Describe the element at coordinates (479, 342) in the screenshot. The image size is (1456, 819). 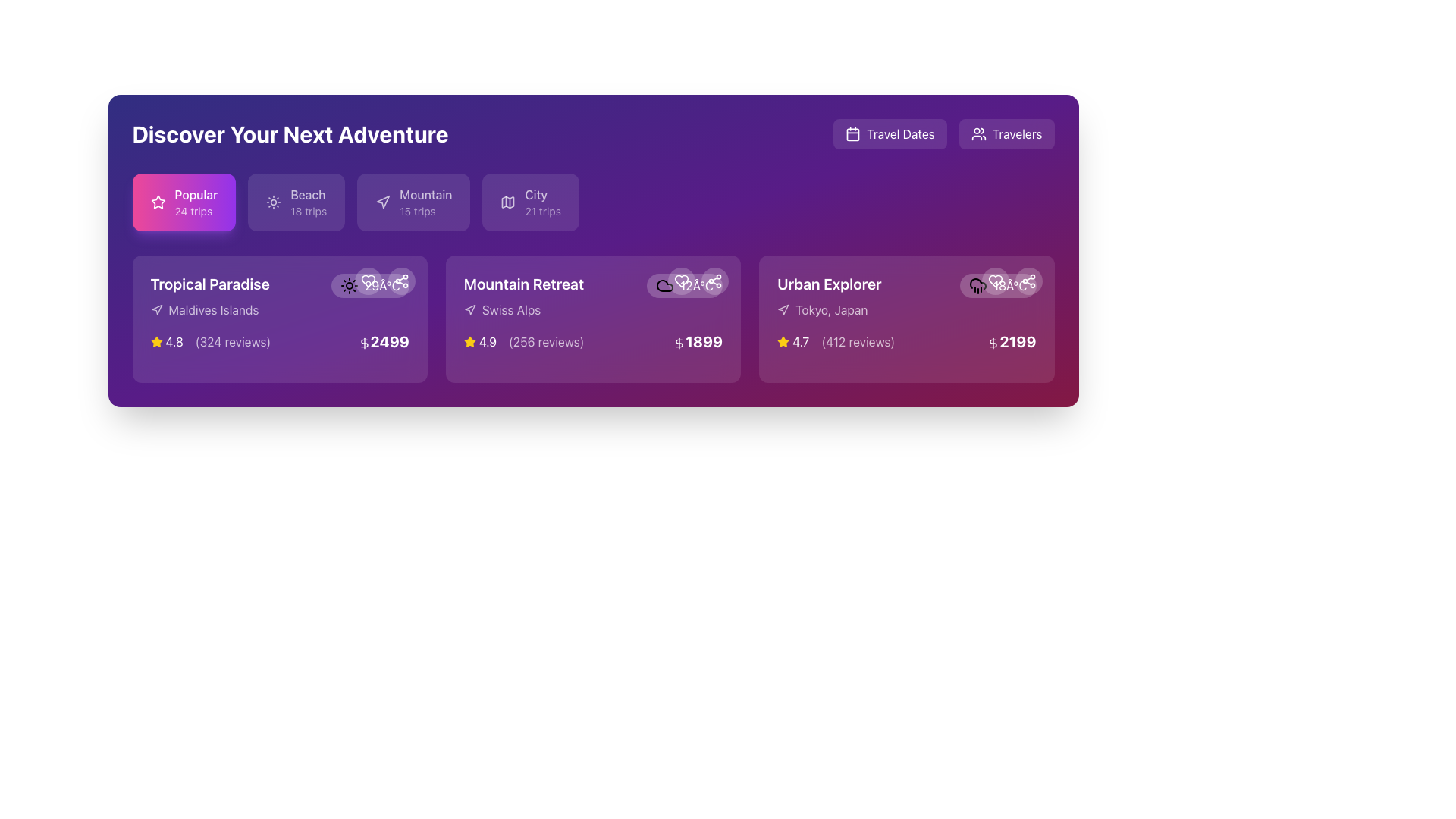
I see `the static rating display which consists of a yellow star icon and the text '4.9', located in the rating section of the middle card titled 'Mountain Retreat'` at that location.